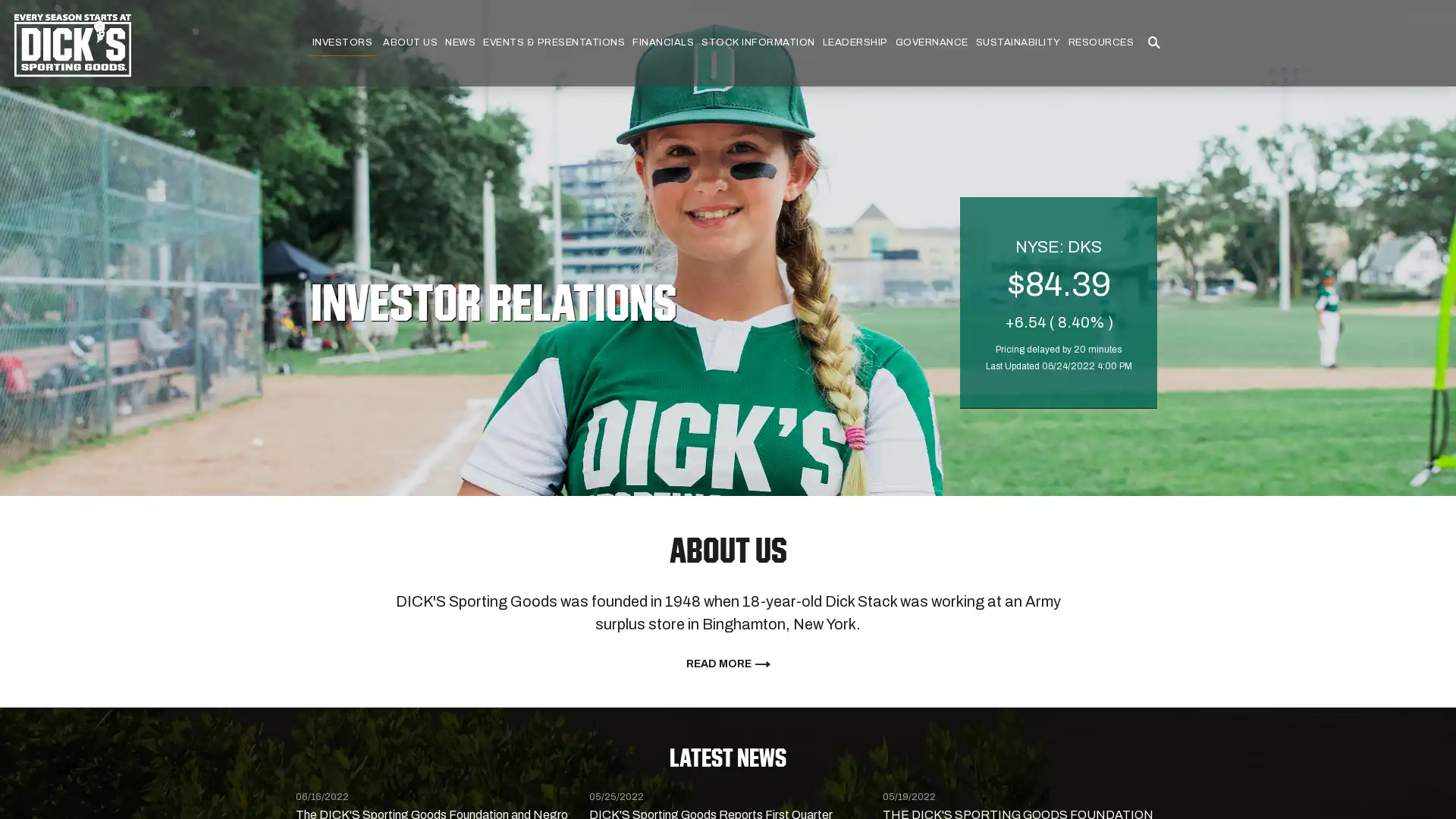  I want to click on toggle search, so click(1153, 42).